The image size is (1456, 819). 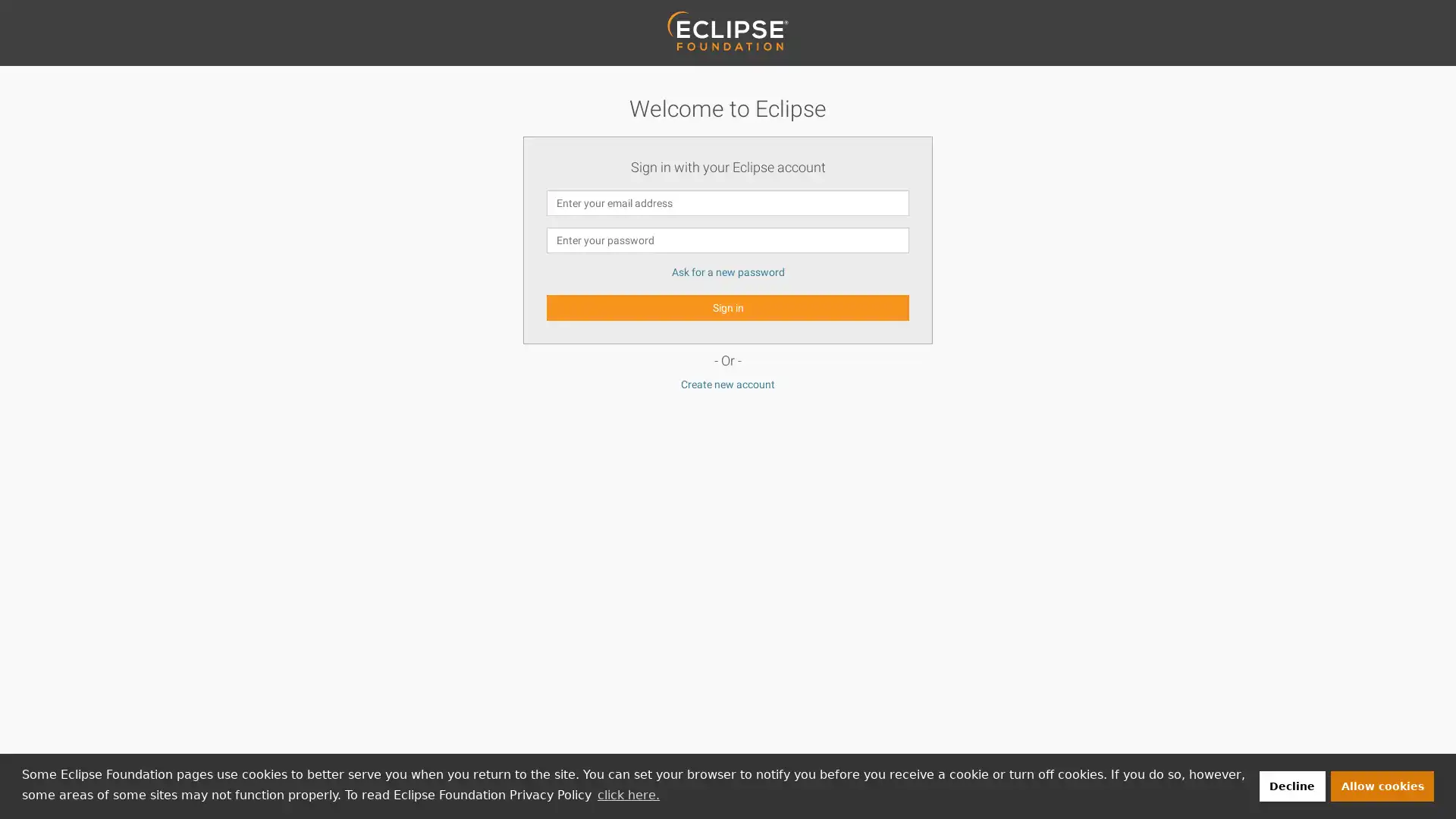 What do you see at coordinates (1382, 785) in the screenshot?
I see `allow cookies` at bounding box center [1382, 785].